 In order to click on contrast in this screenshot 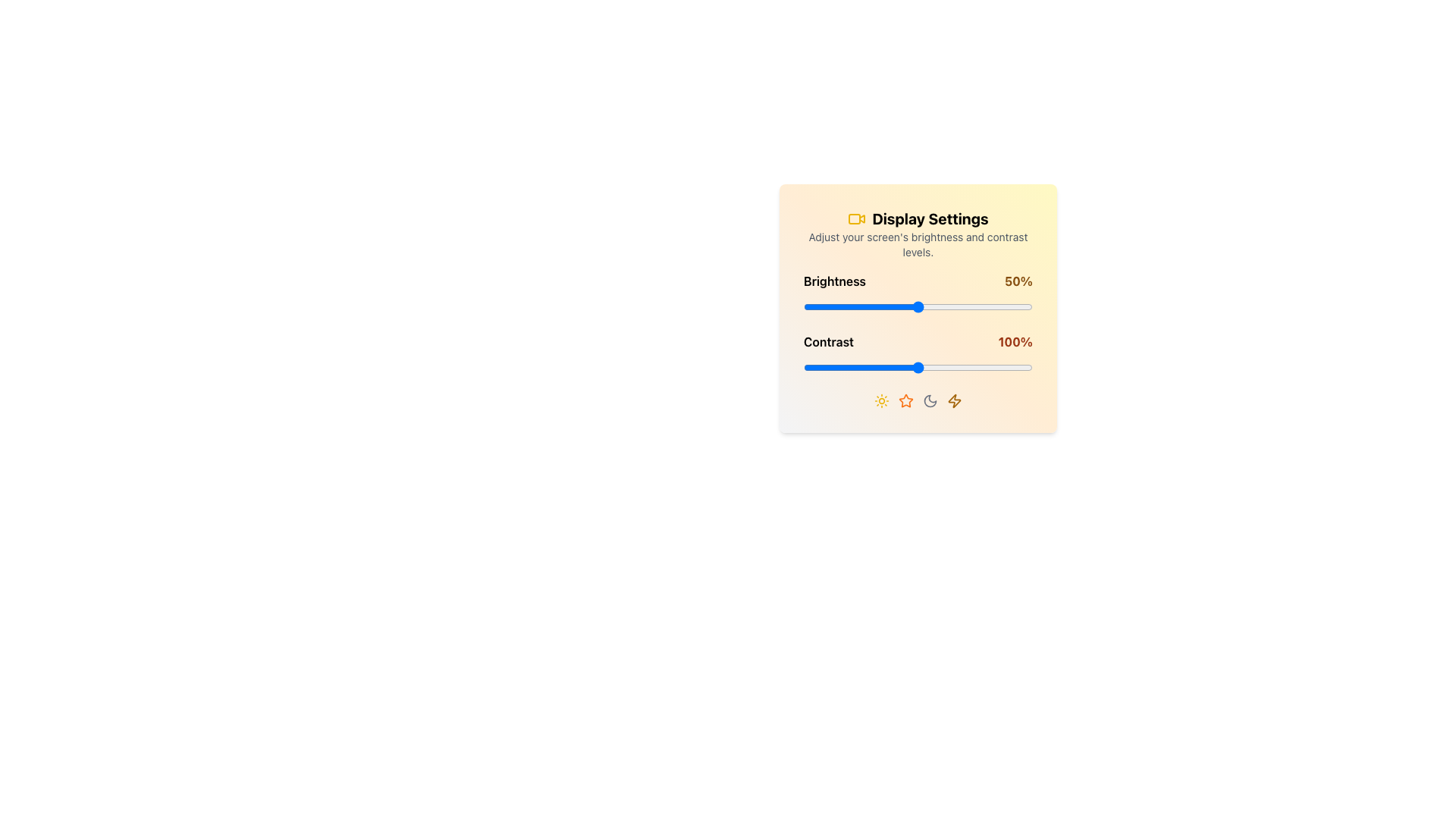, I will do `click(874, 368)`.